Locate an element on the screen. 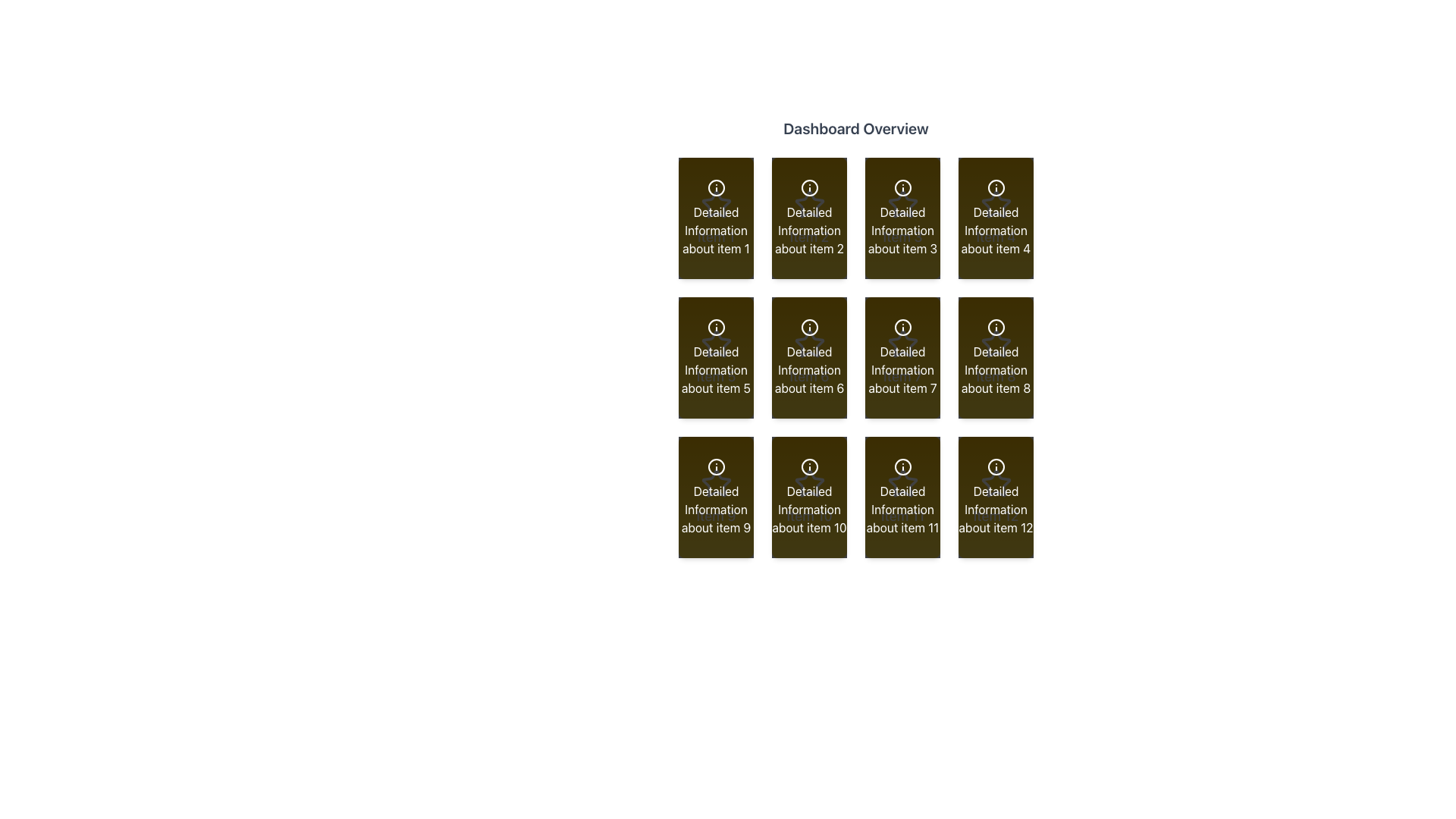 The image size is (1456, 819). the informational indicator icon for item 12 in the bottom-right corner of the 3x4 grid is located at coordinates (996, 466).